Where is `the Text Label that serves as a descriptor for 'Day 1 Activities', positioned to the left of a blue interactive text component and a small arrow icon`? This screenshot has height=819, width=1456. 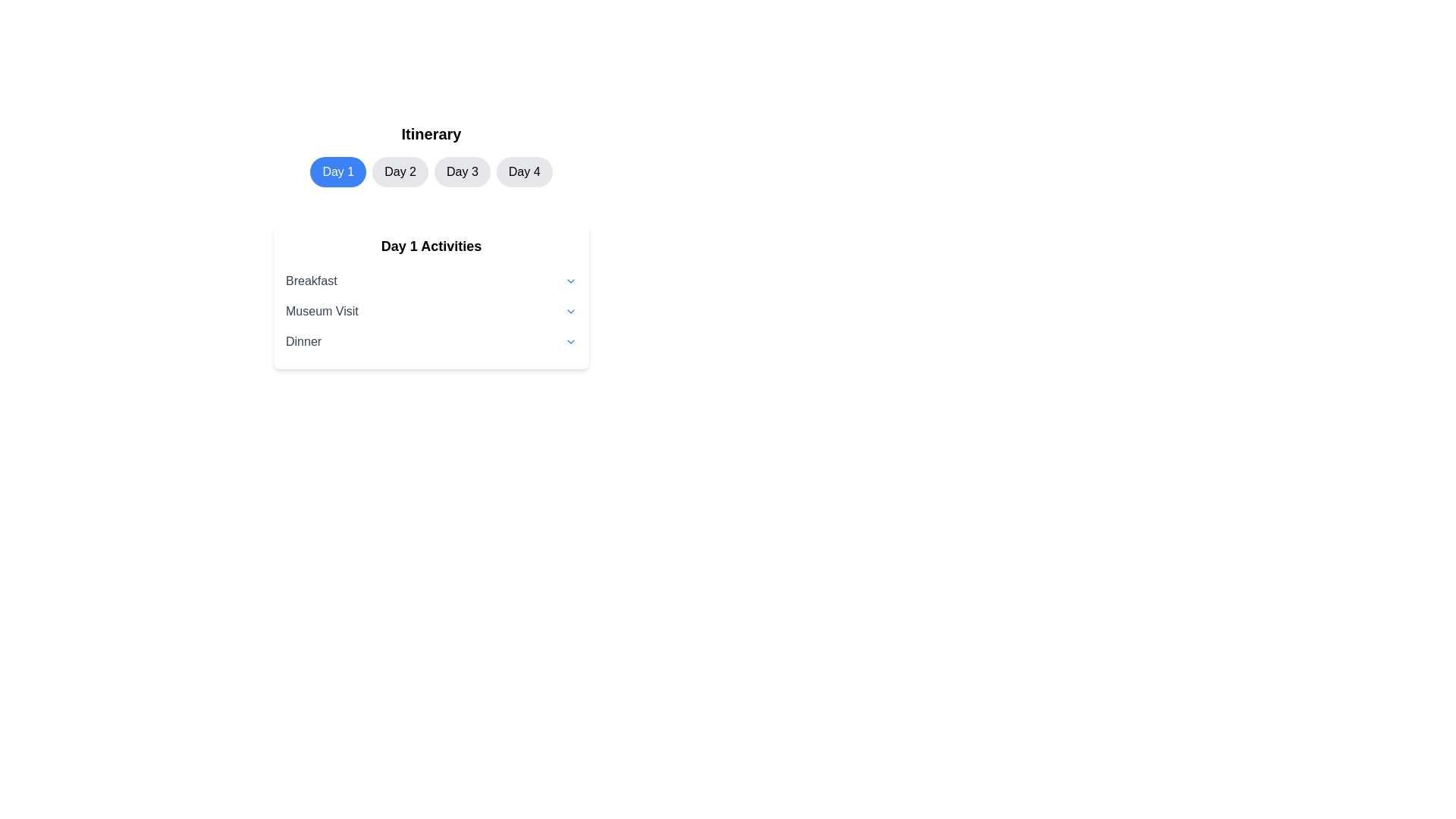
the Text Label that serves as a descriptor for 'Day 1 Activities', positioned to the left of a blue interactive text component and a small arrow icon is located at coordinates (310, 281).